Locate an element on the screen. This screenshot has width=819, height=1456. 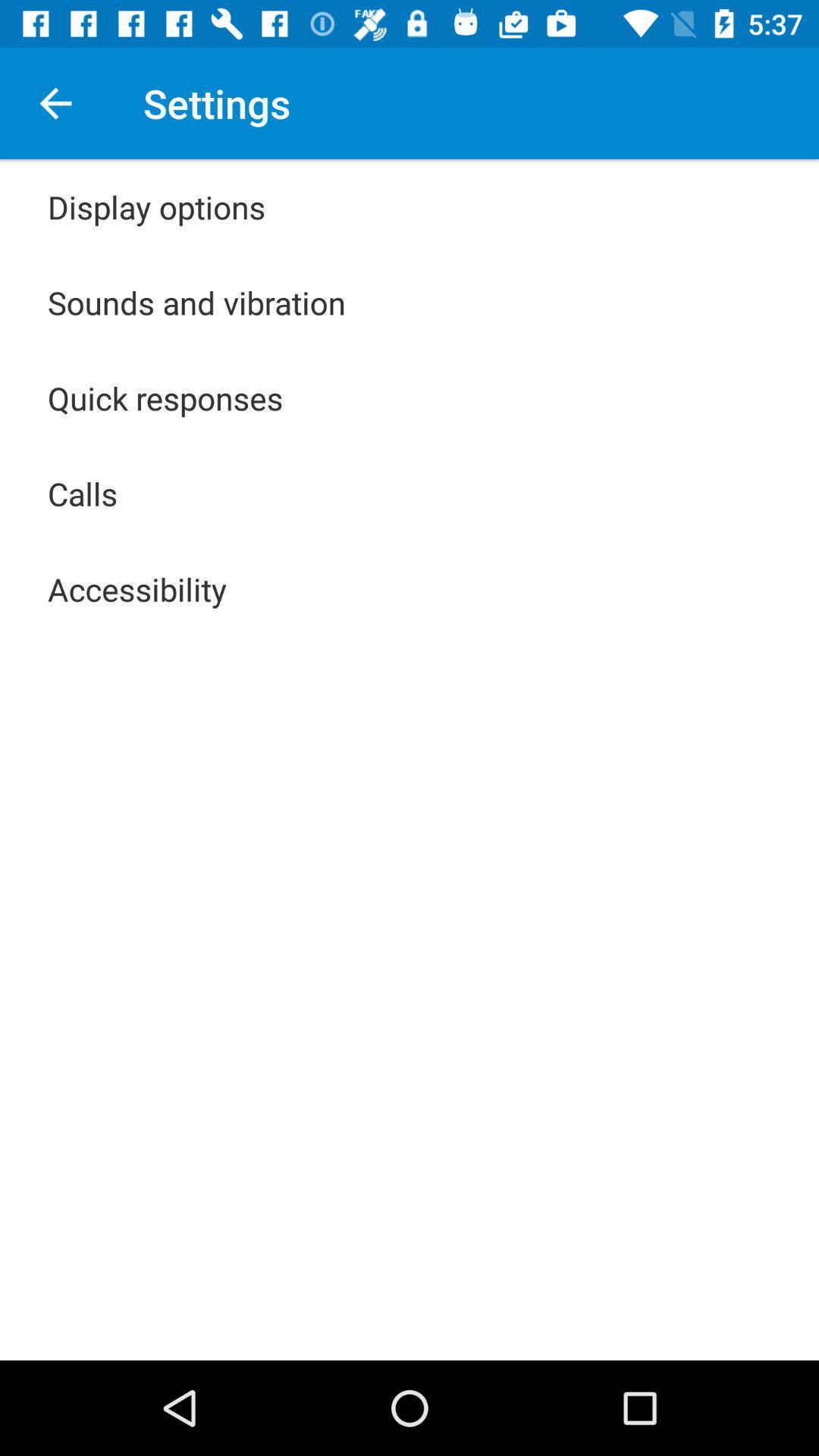
sounds and vibration icon is located at coordinates (196, 302).